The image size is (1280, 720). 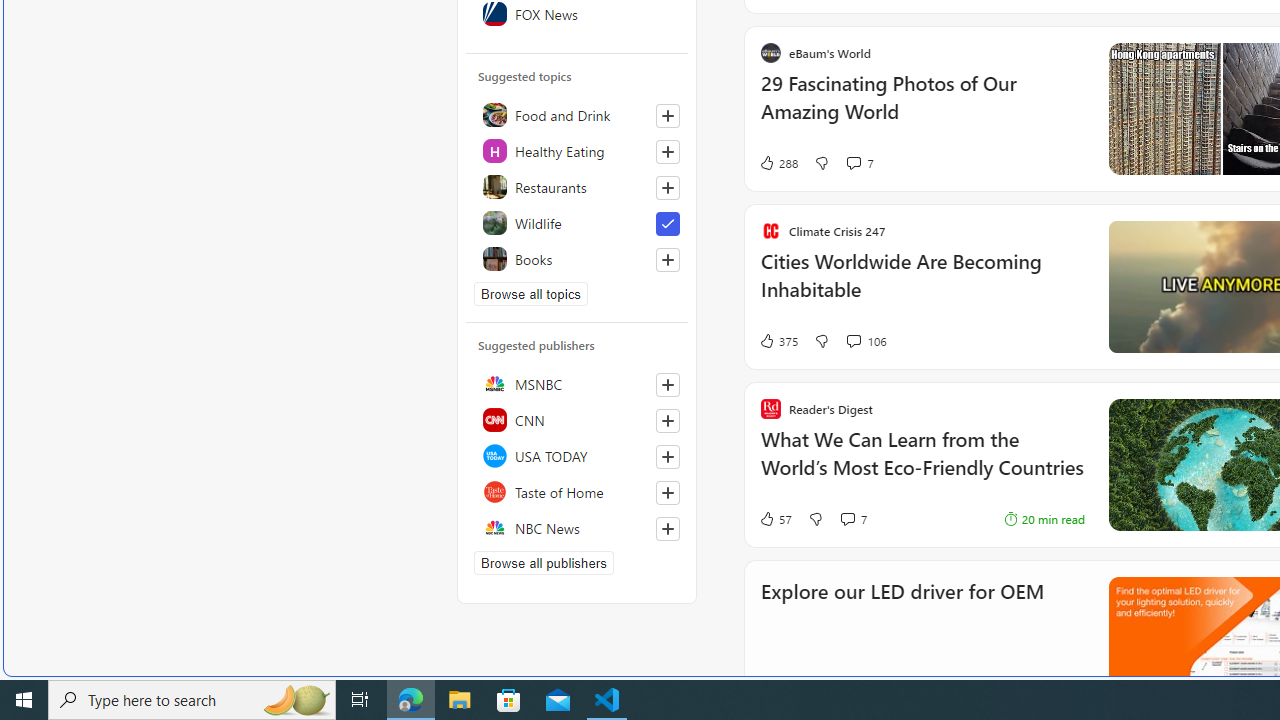 What do you see at coordinates (901, 617) in the screenshot?
I see `'Explore our LED driver for OEM'` at bounding box center [901, 617].